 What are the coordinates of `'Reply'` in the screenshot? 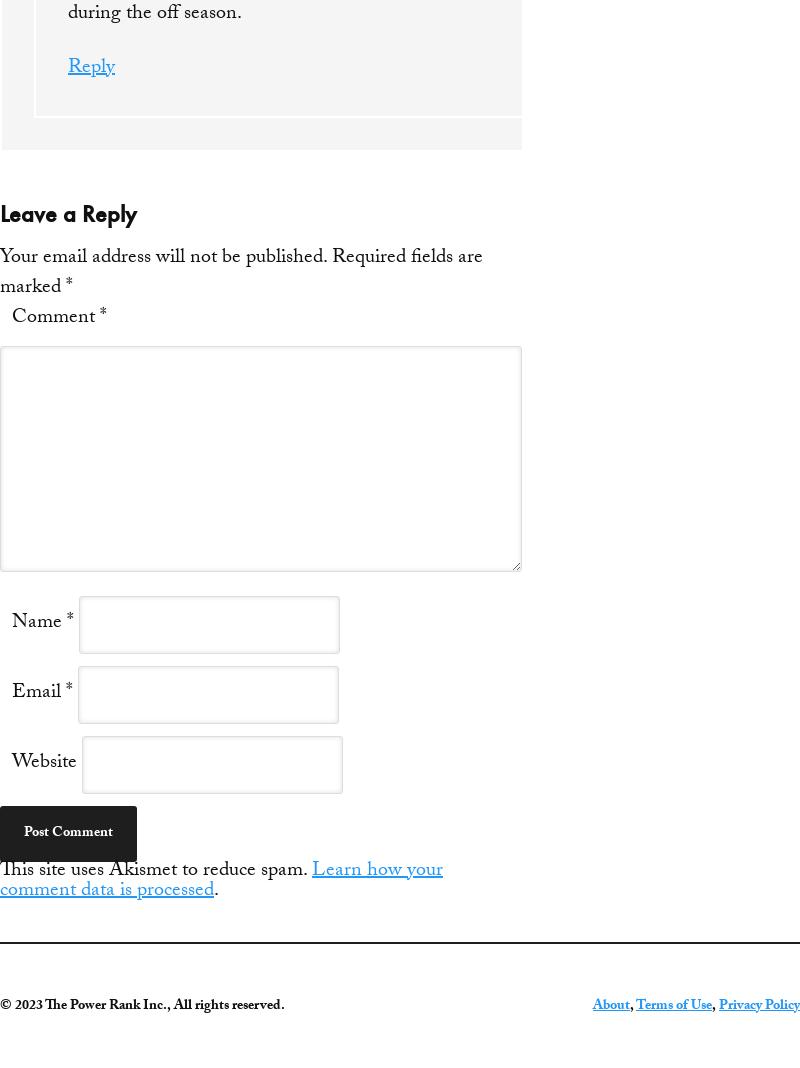 It's located at (91, 67).